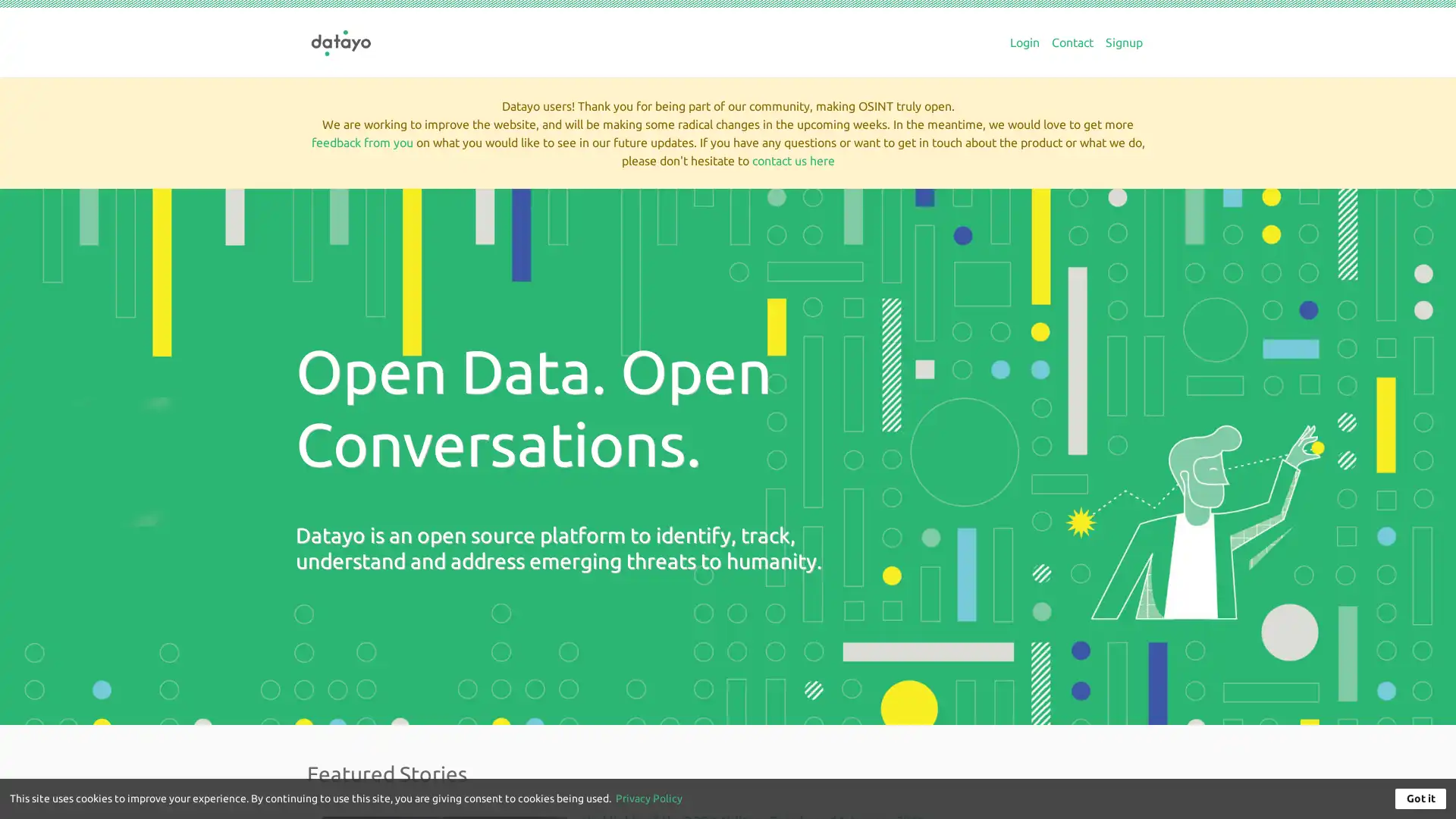 This screenshot has width=1456, height=819. Describe the element at coordinates (1420, 798) in the screenshot. I see `Got it` at that location.